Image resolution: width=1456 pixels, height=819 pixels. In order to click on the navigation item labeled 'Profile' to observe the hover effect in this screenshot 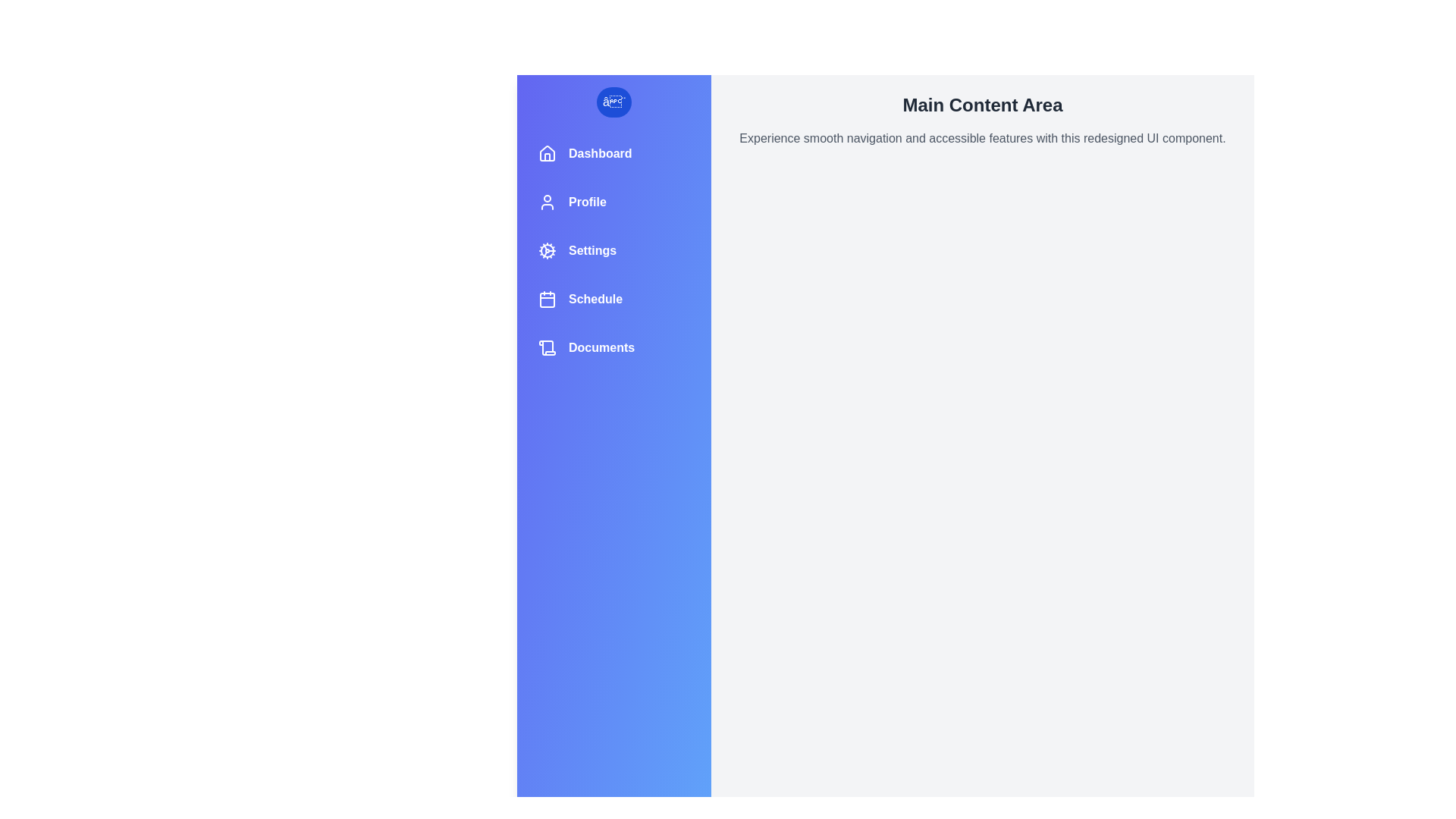, I will do `click(614, 201)`.